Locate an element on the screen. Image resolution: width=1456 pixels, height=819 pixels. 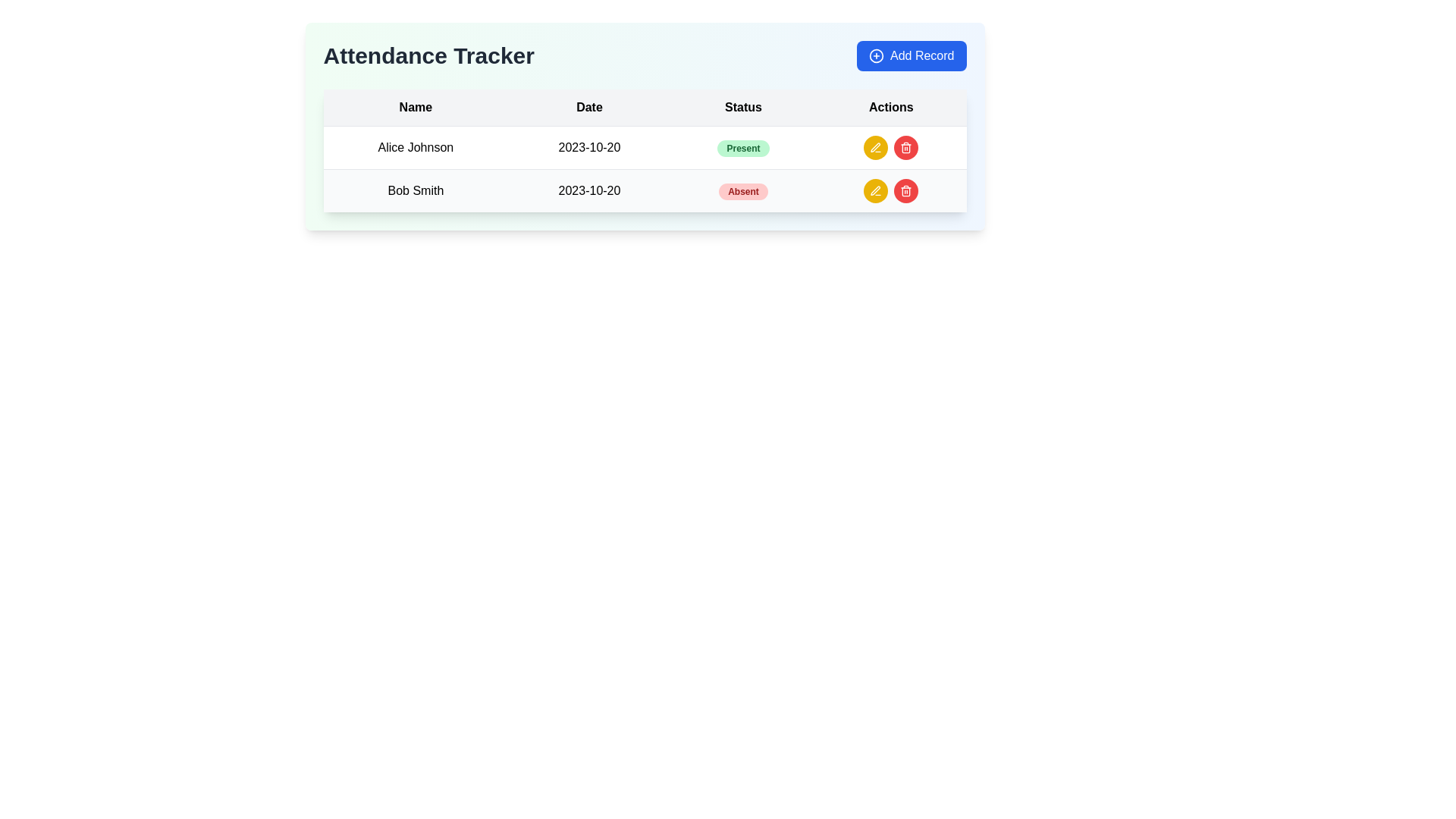
the static text element displaying the name 'Bob Smith' in bold black font, which is located in the second row's first cell of a table under the column labeled 'Name' is located at coordinates (416, 190).